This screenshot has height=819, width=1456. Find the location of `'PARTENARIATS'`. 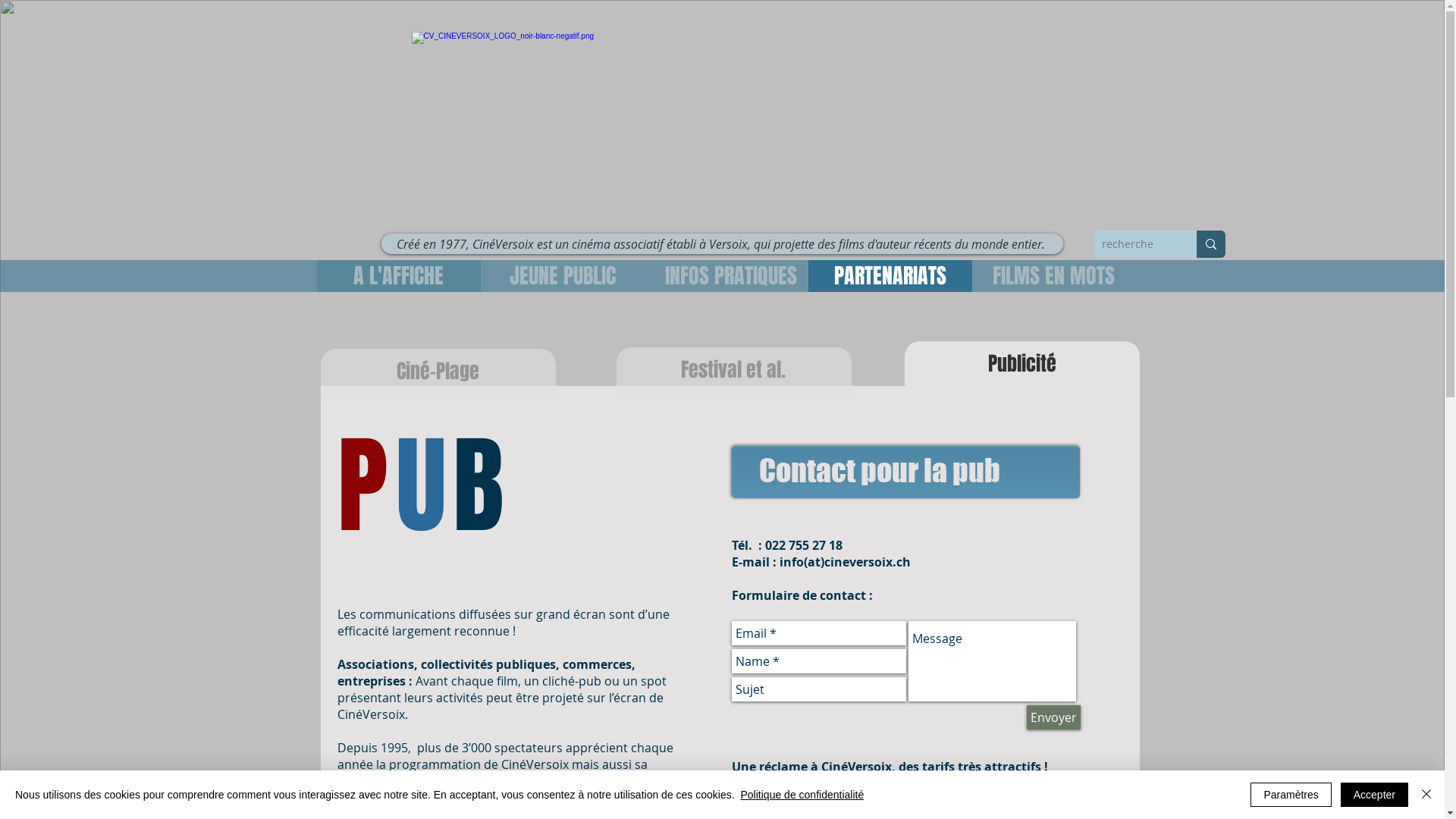

'PARTENARIATS' is located at coordinates (890, 275).